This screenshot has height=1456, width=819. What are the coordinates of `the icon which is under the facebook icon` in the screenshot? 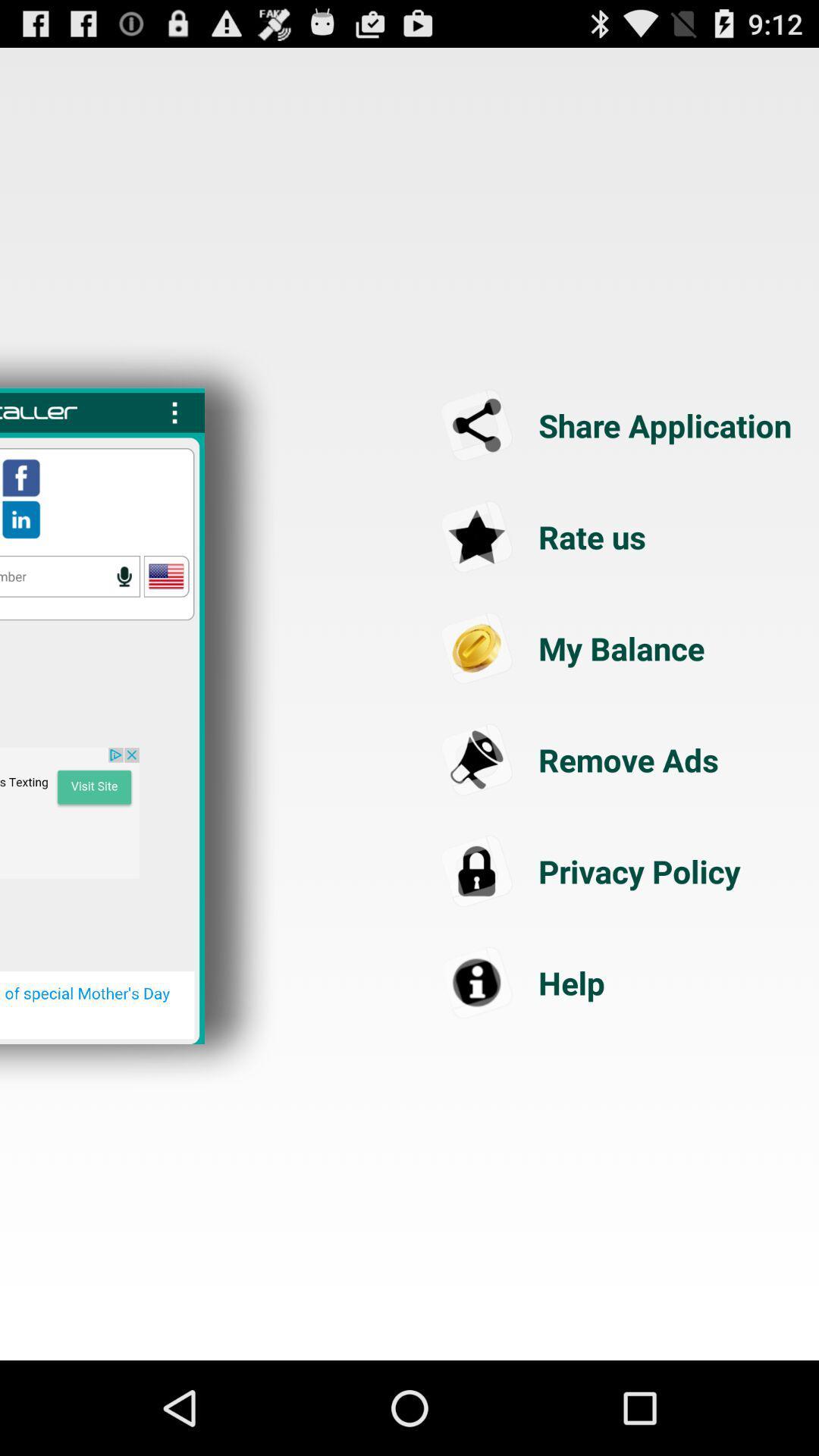 It's located at (21, 519).